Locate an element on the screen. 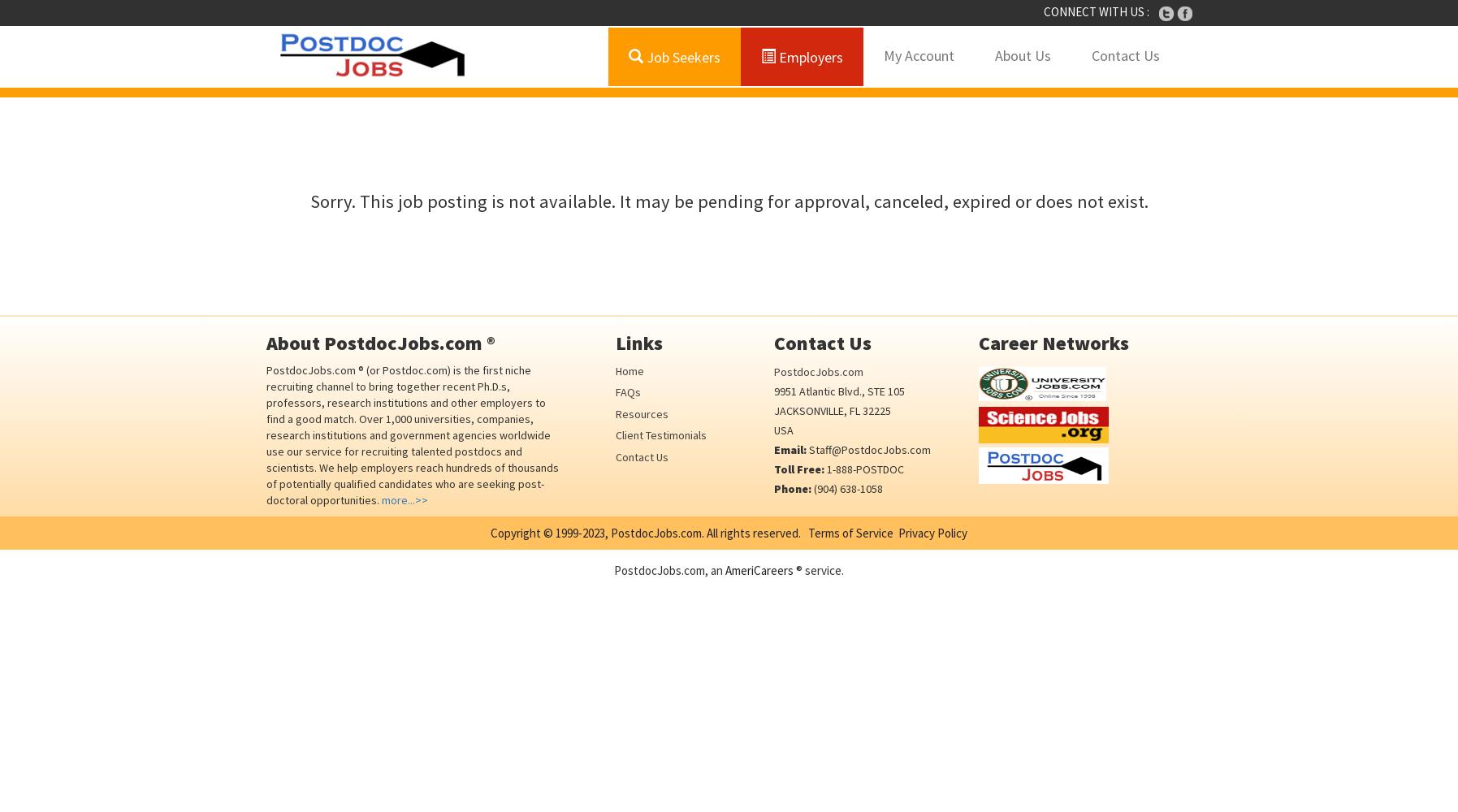 The height and width of the screenshot is (812, 1458). '(904) 638-1058' is located at coordinates (846, 488).